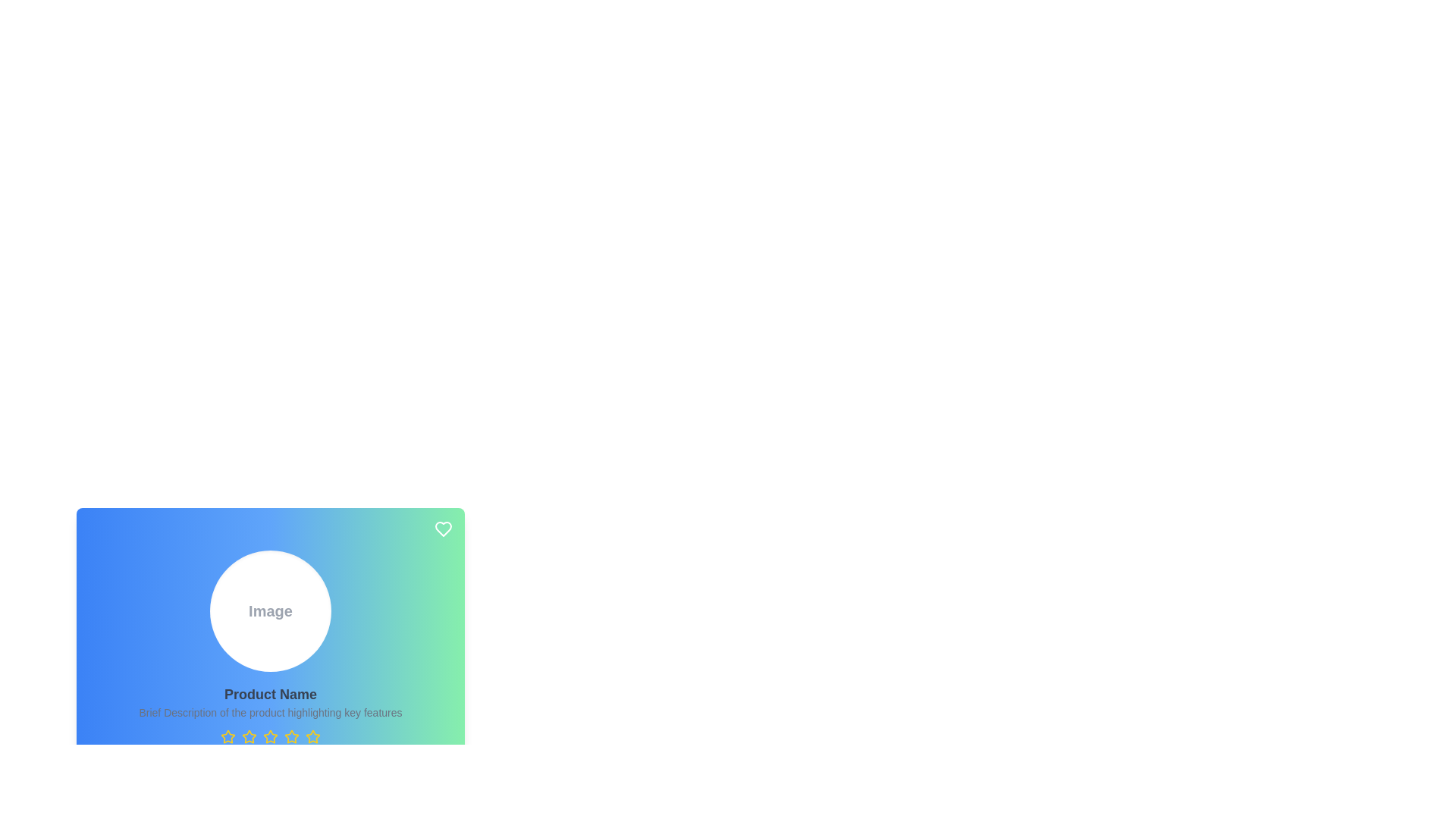  Describe the element at coordinates (249, 736) in the screenshot. I see `the second star icon in the rating component` at that location.